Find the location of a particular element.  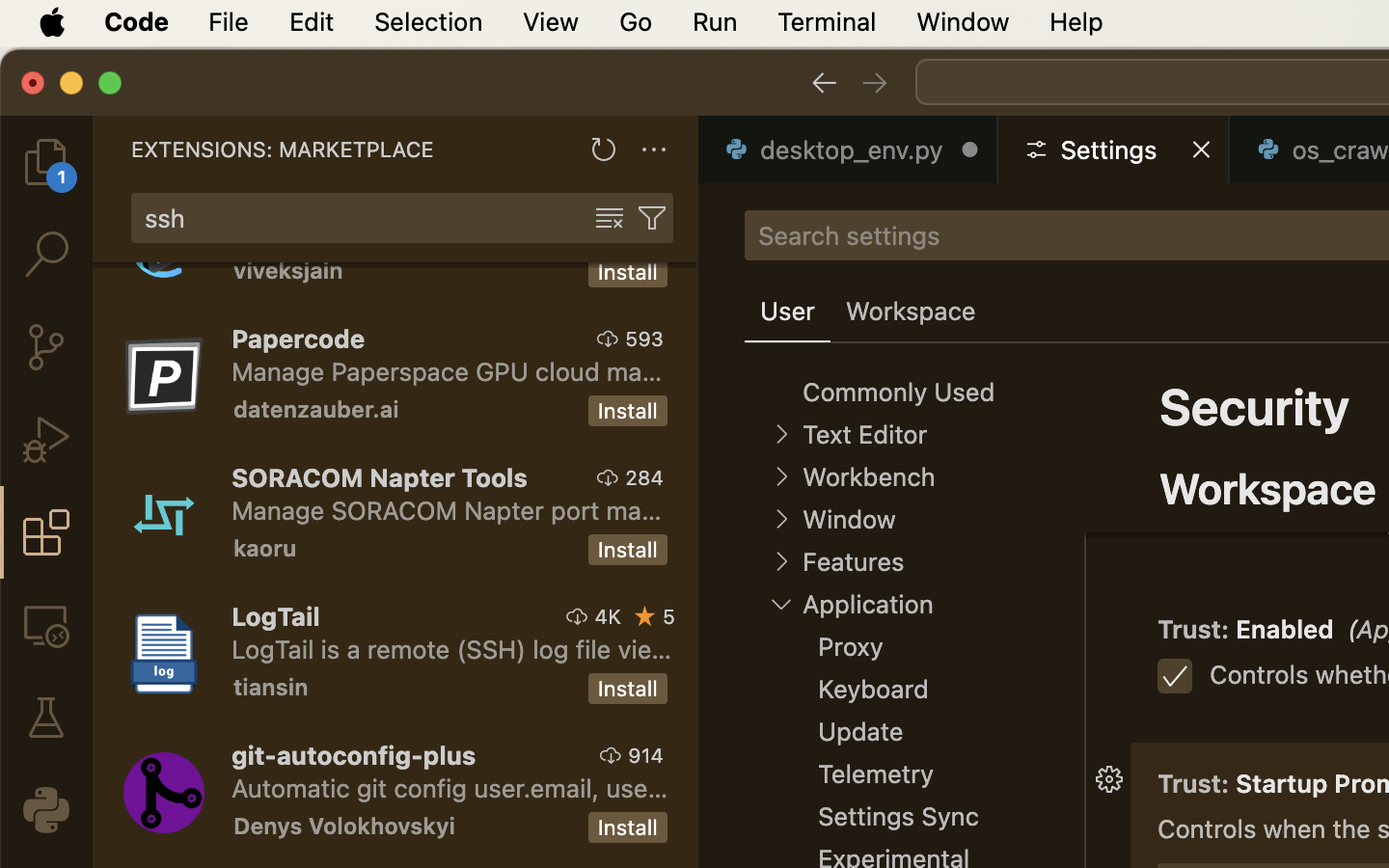

'4K' is located at coordinates (607, 616).